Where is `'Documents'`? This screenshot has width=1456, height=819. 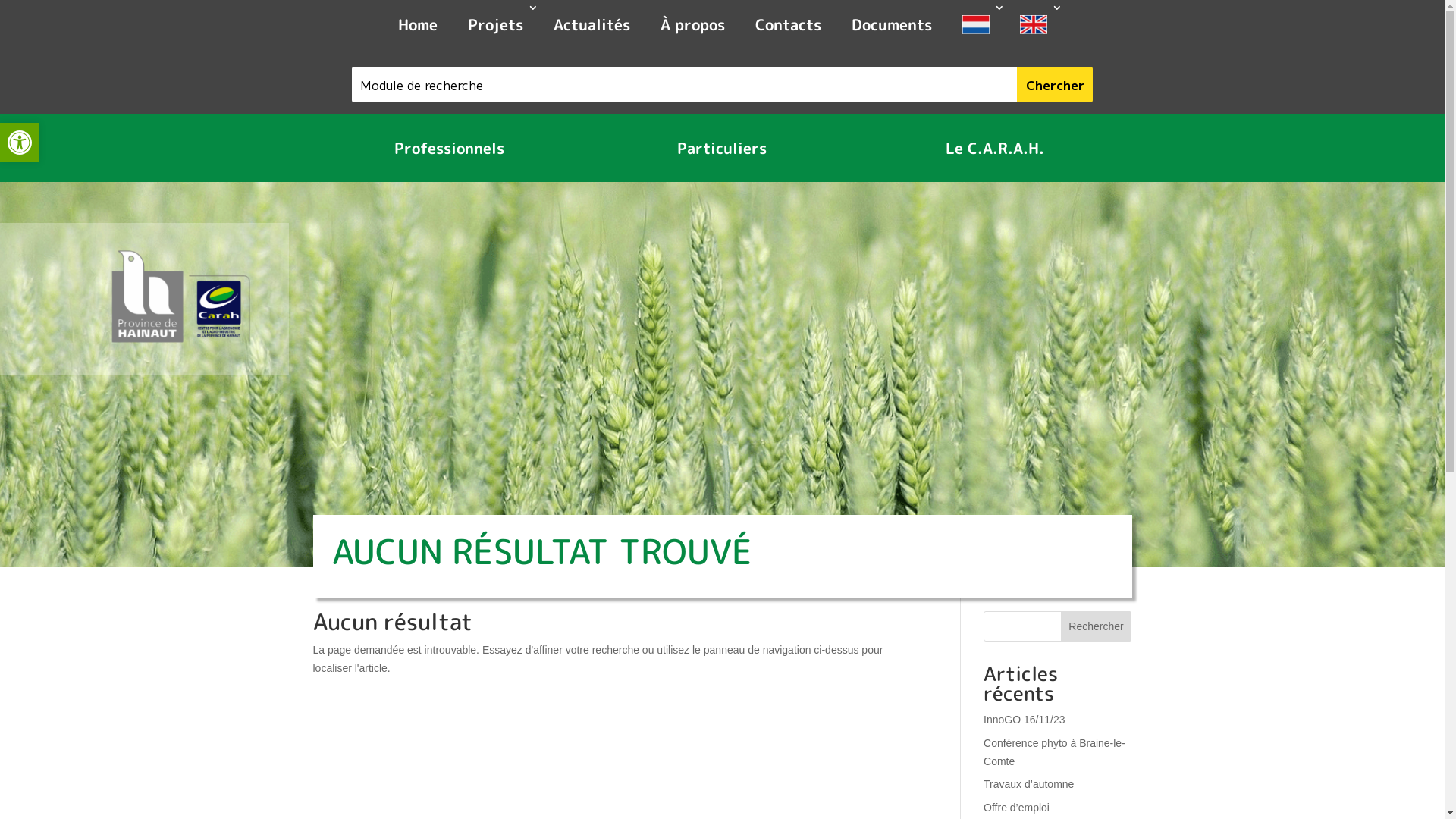
'Documents' is located at coordinates (835, 26).